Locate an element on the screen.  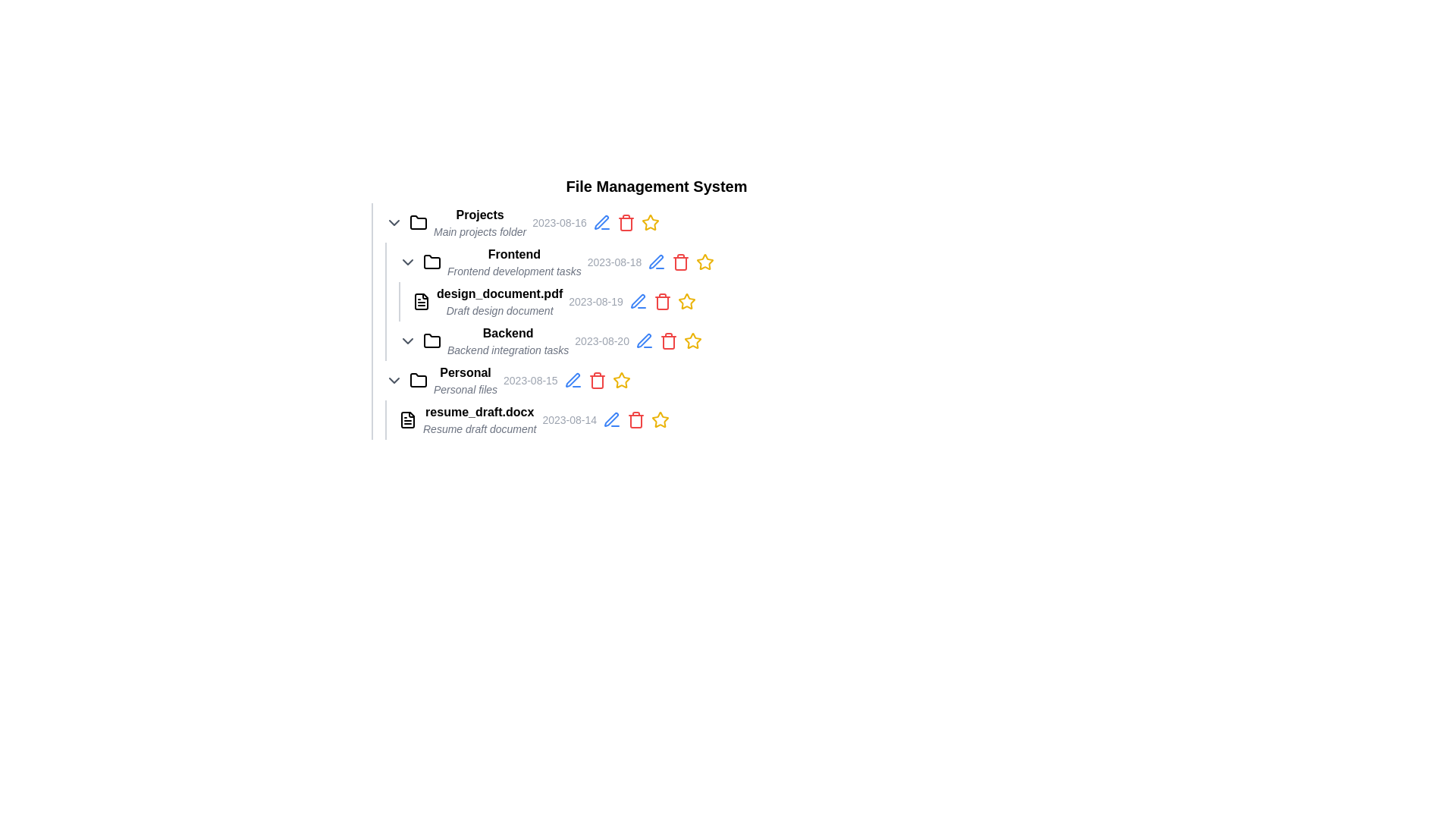
the 'Backend' folder label in the hierarchical file management system interface to identify and navigate to this specific category is located at coordinates (508, 332).